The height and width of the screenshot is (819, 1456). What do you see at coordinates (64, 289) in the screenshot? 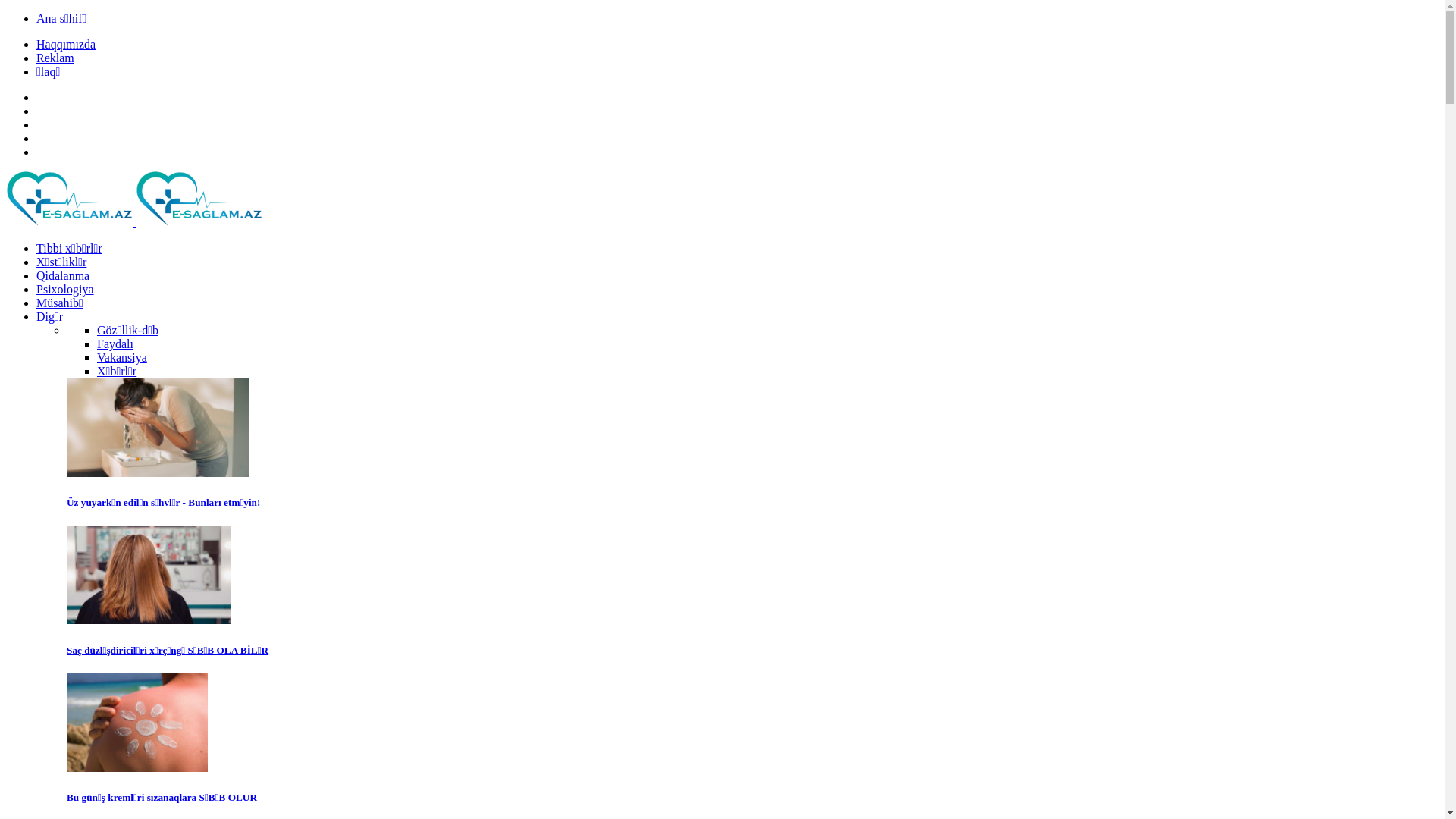
I see `'Psixologiya'` at bounding box center [64, 289].